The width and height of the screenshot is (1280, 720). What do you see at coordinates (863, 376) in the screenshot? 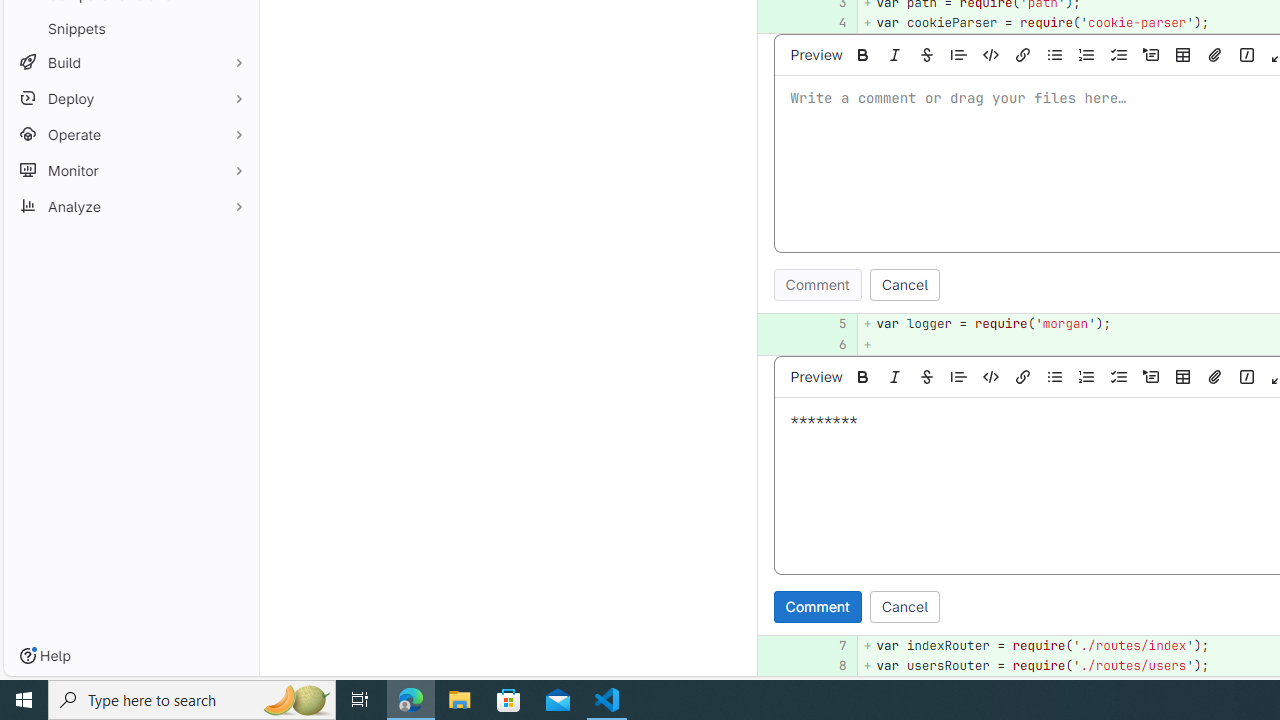
I see `'Add bold text (Ctrl+B)'` at bounding box center [863, 376].